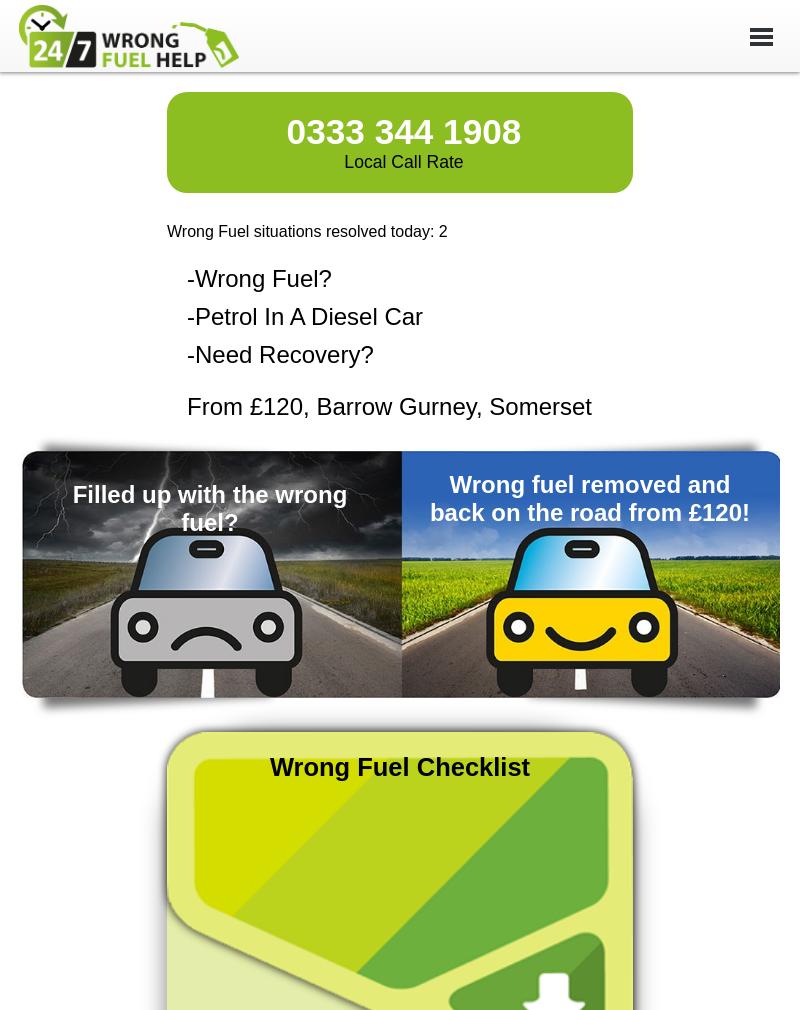 Image resolution: width=800 pixels, height=1010 pixels. I want to click on 'Need Recovery?', so click(284, 354).